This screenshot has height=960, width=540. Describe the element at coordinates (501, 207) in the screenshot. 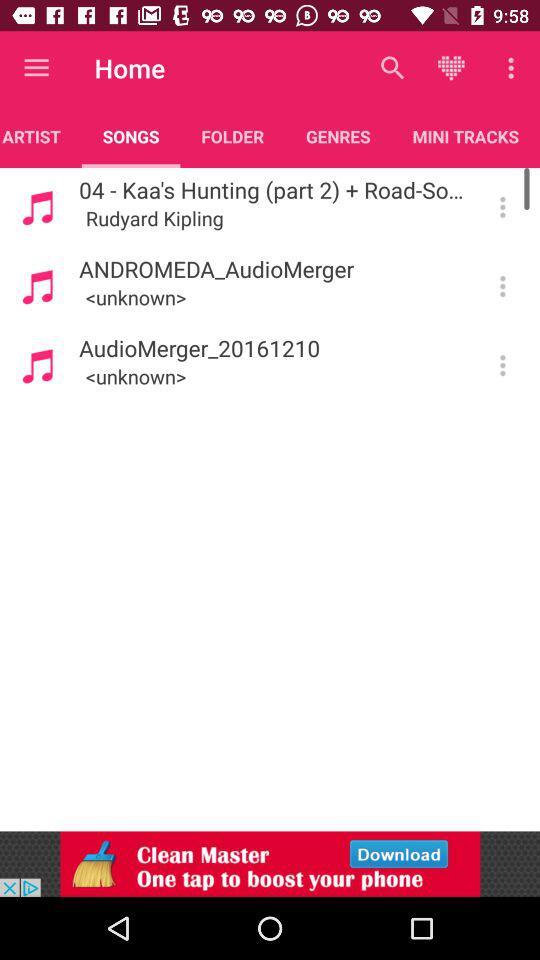

I see `more information` at that location.